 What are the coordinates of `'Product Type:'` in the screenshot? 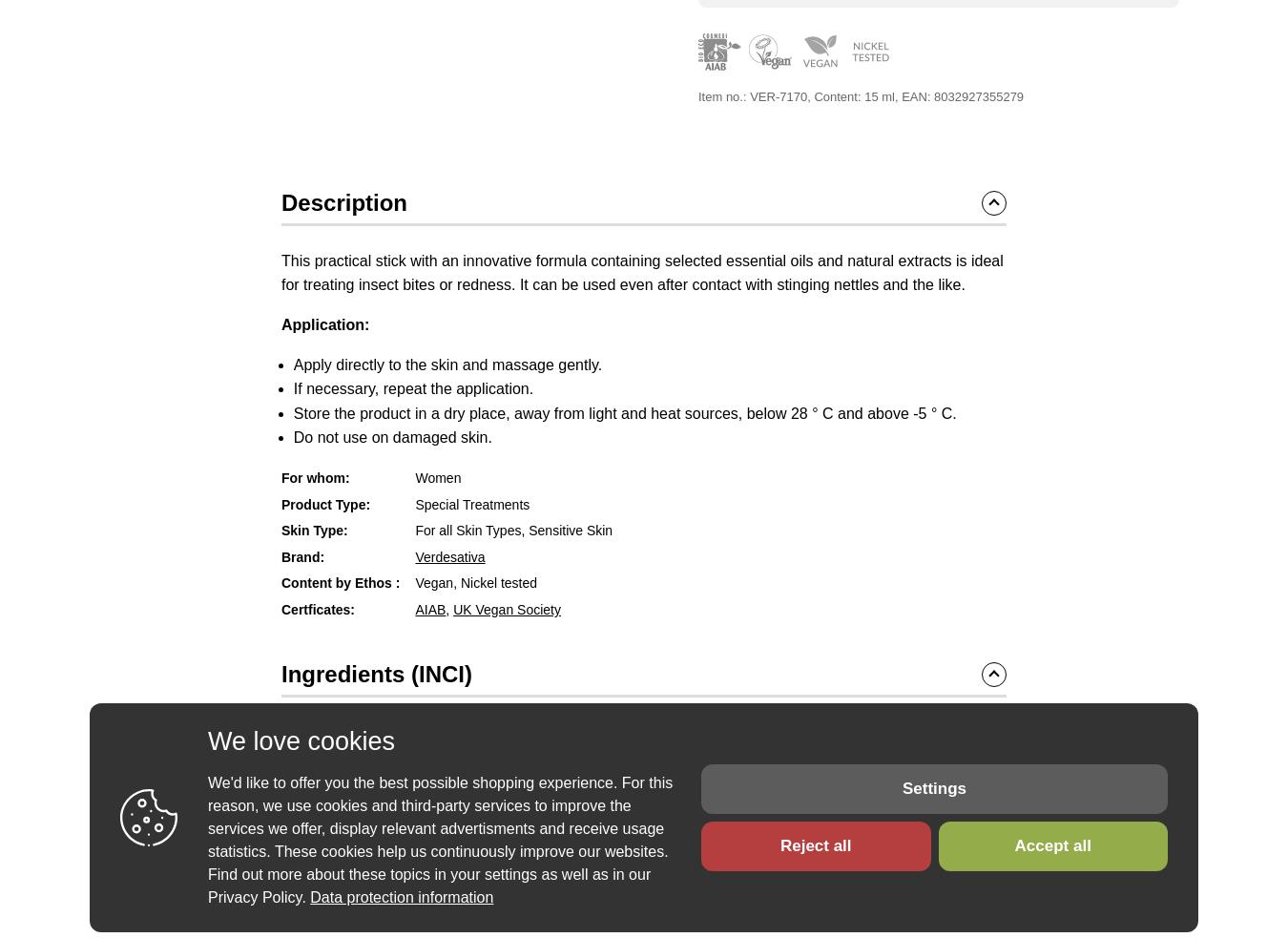 It's located at (325, 503).